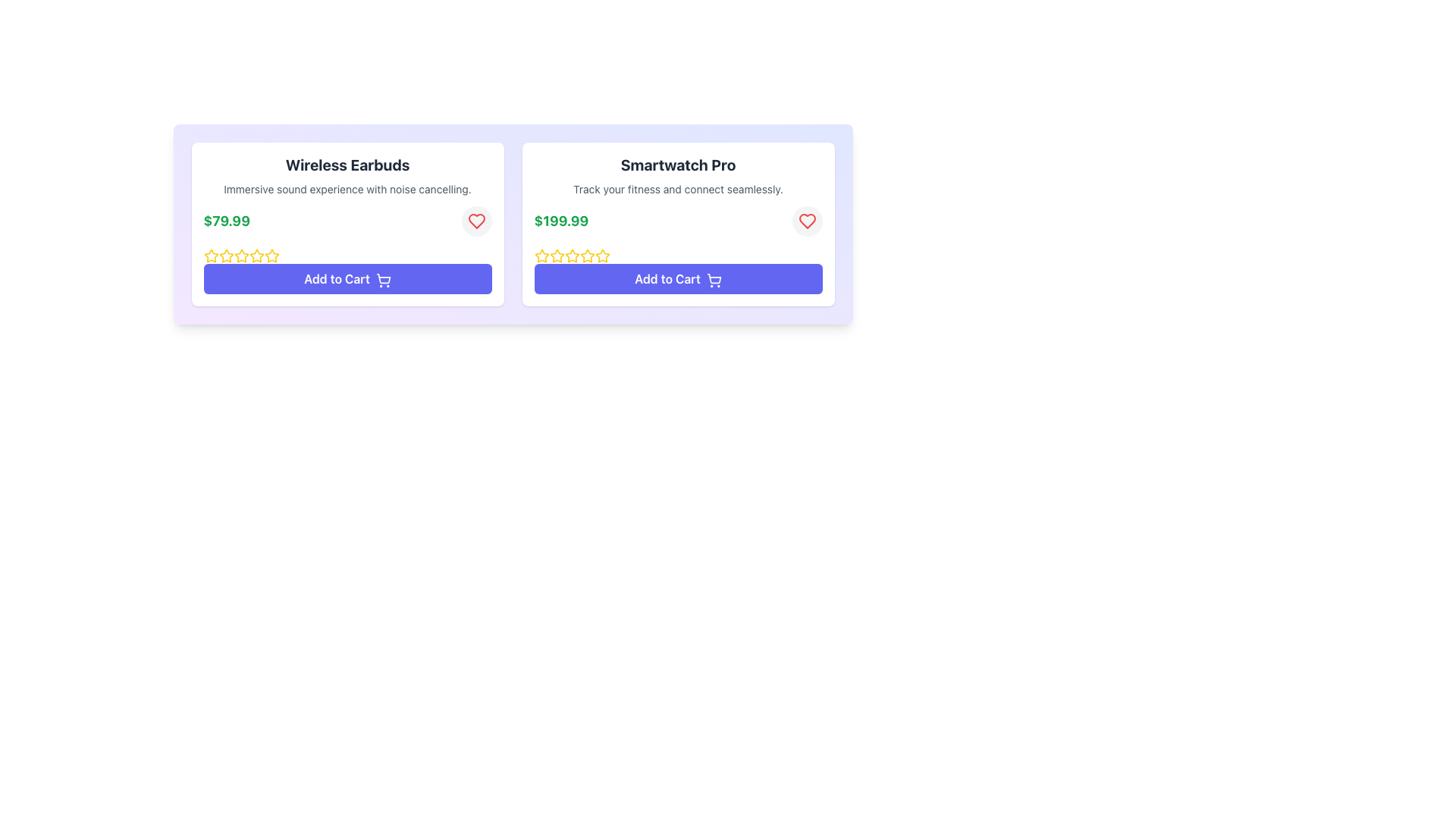 Image resolution: width=1456 pixels, height=819 pixels. Describe the element at coordinates (271, 255) in the screenshot. I see `the fourth star in the five-star rating system for the 'Wireless Earbuds' product card, which is visually distinct with a yellow color fill and intricate design details` at that location.